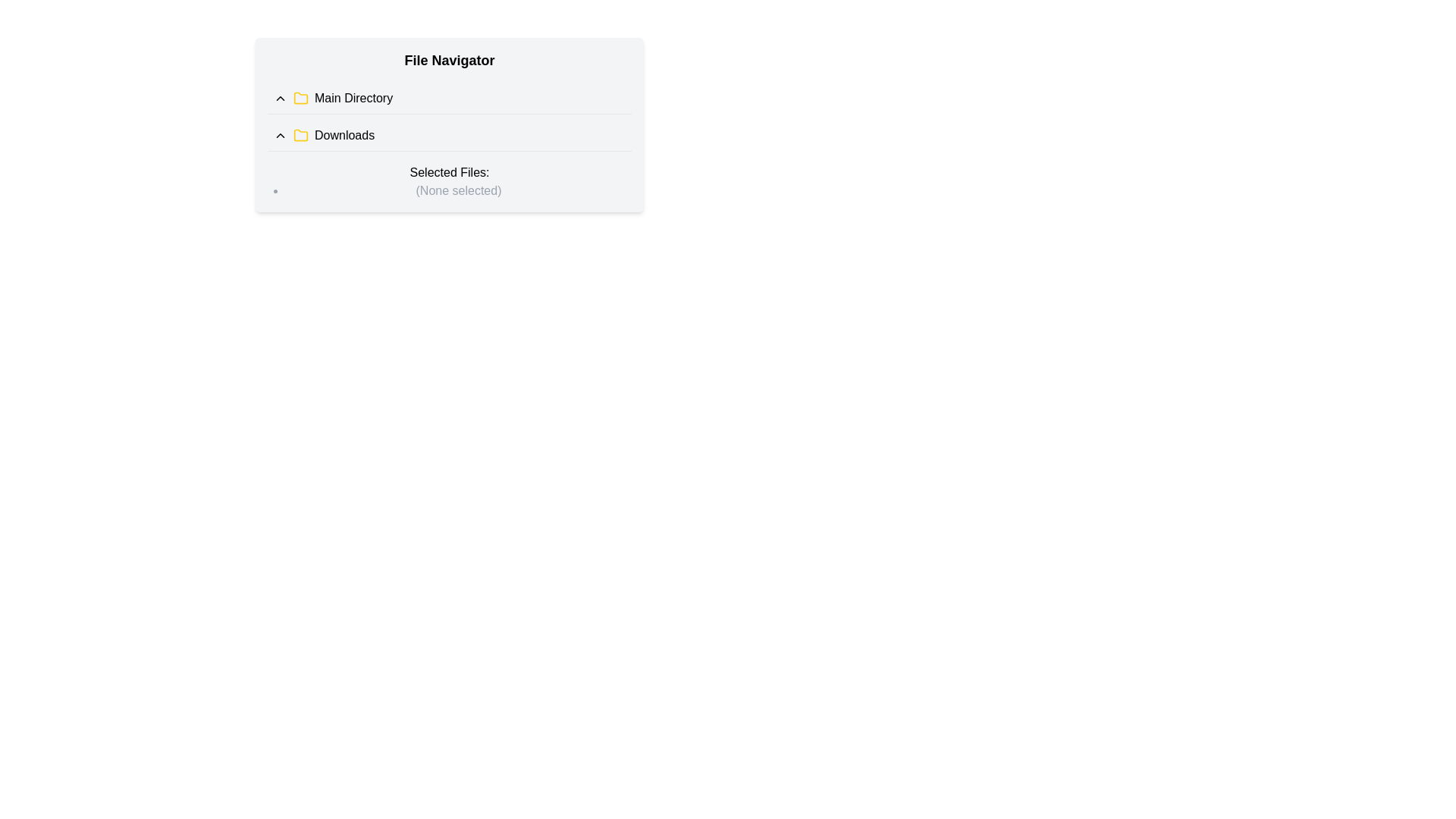 The width and height of the screenshot is (1456, 819). What do you see at coordinates (301, 133) in the screenshot?
I see `the 'Downloads' folder icon located to the left of the 'Downloads' text in the File Navigator interface, which is the second folder icon below the 'Main Directory' icon` at bounding box center [301, 133].